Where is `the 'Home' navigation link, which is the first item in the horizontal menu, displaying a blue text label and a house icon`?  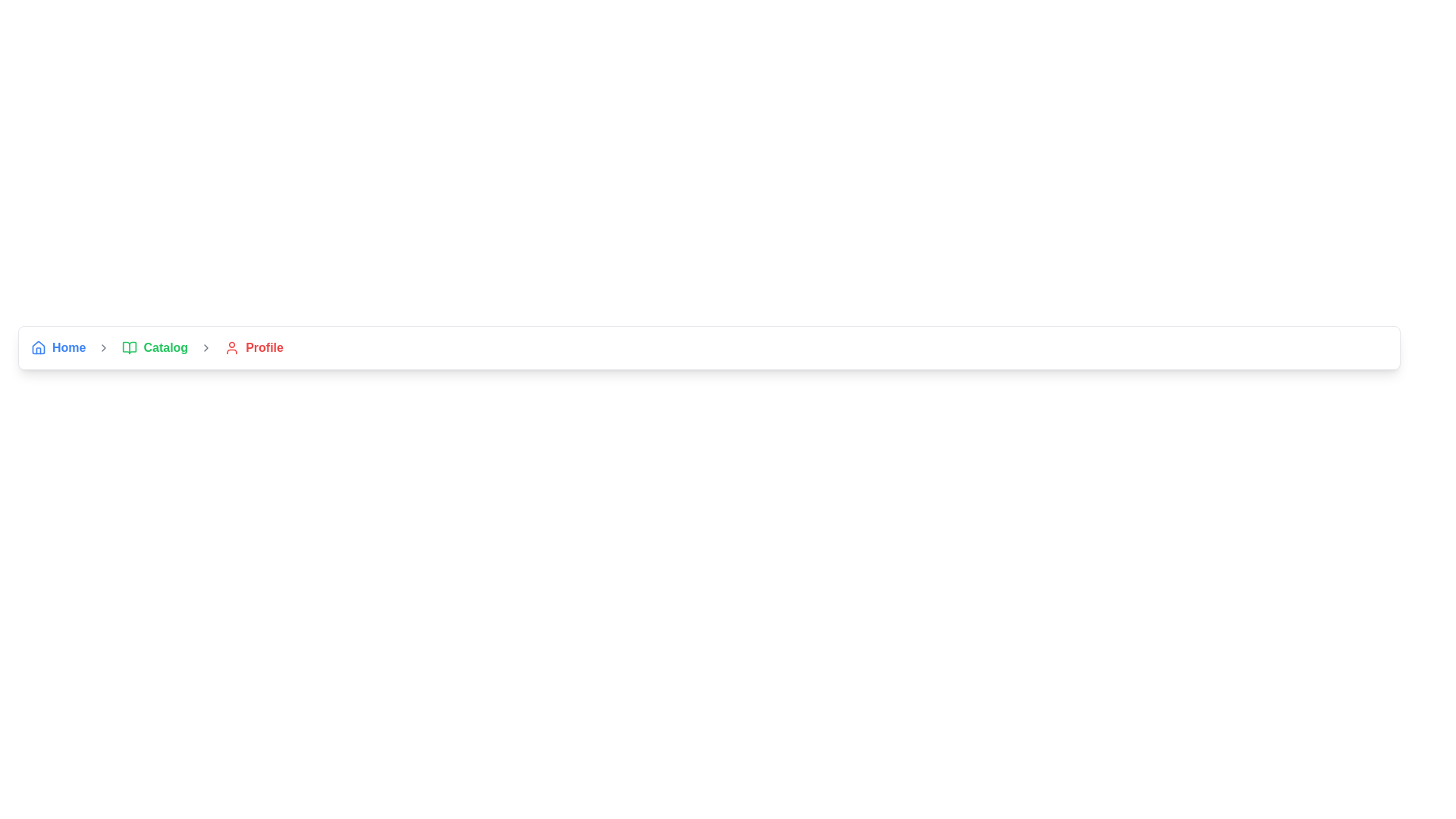 the 'Home' navigation link, which is the first item in the horizontal menu, displaying a blue text label and a house icon is located at coordinates (58, 348).